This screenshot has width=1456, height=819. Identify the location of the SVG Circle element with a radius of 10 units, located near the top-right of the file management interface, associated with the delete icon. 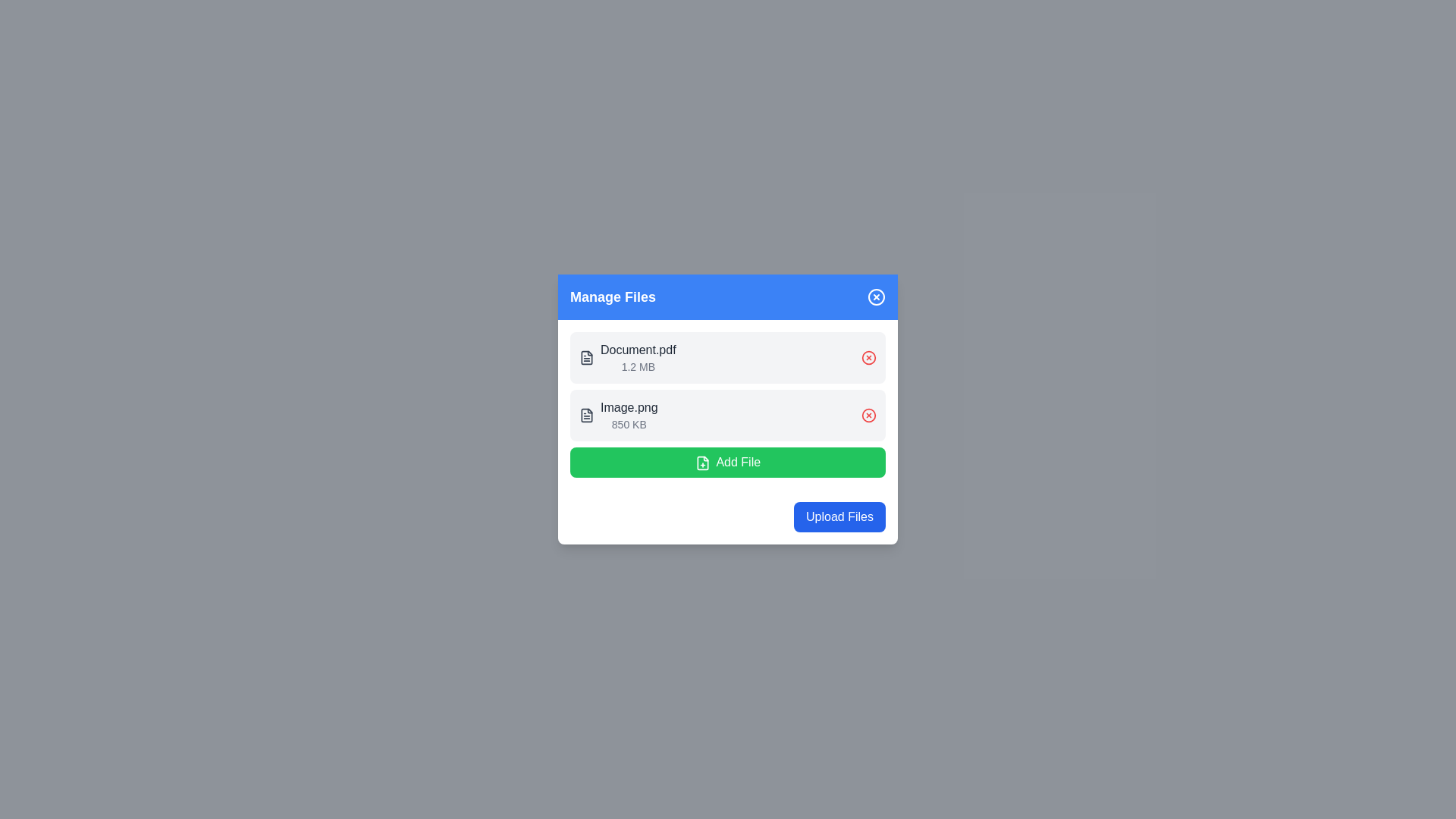
(869, 415).